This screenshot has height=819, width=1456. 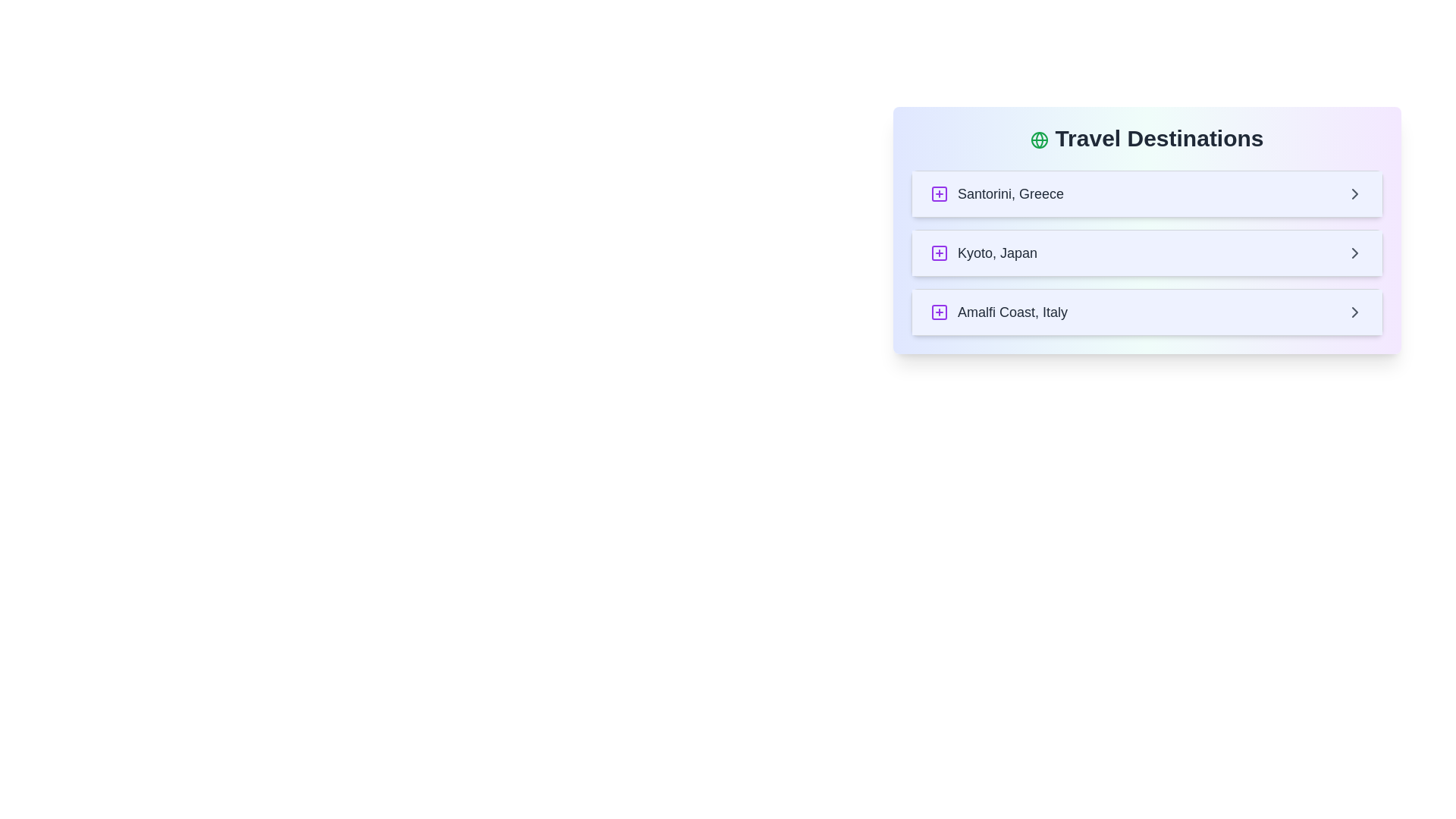 I want to click on the rightward arrow icon button located at the rightmost edge of the list item displaying 'Kyoto, Japan', so click(x=1354, y=253).